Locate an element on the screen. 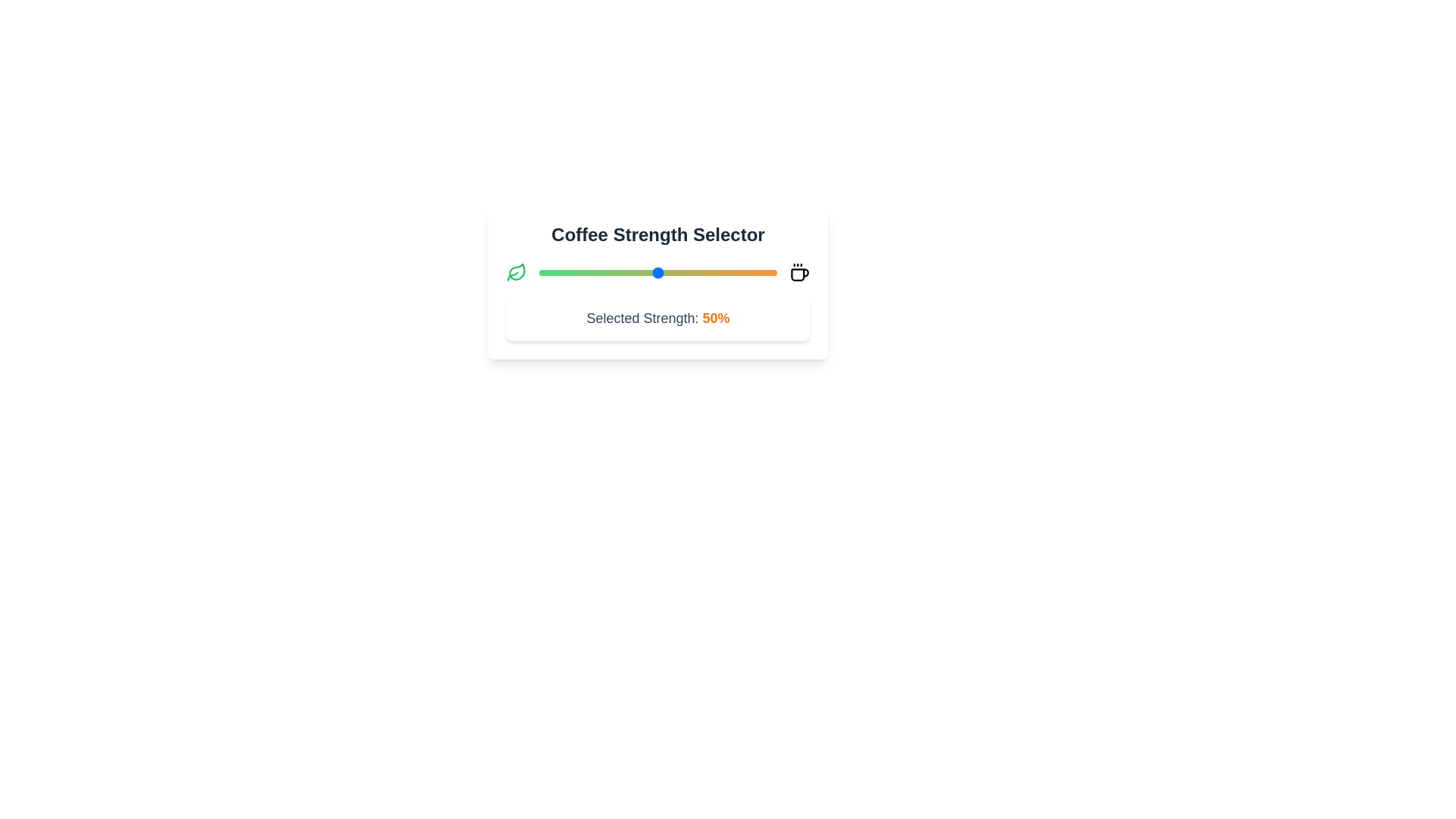 Image resolution: width=1456 pixels, height=819 pixels. the coffee strength slider to 74% is located at coordinates (714, 271).